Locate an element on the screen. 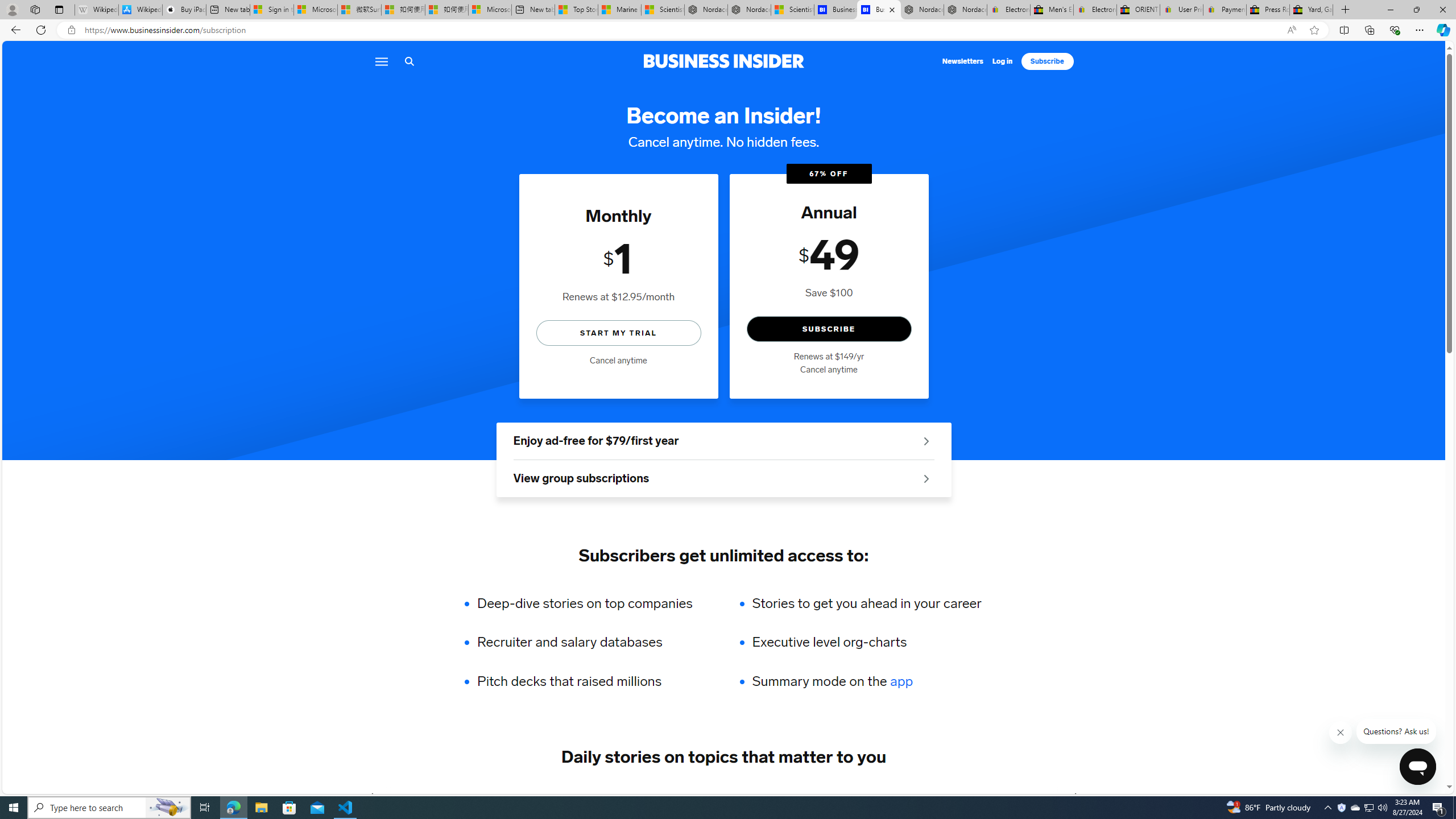 The height and width of the screenshot is (819, 1456). 'Search icon' is located at coordinates (408, 61).